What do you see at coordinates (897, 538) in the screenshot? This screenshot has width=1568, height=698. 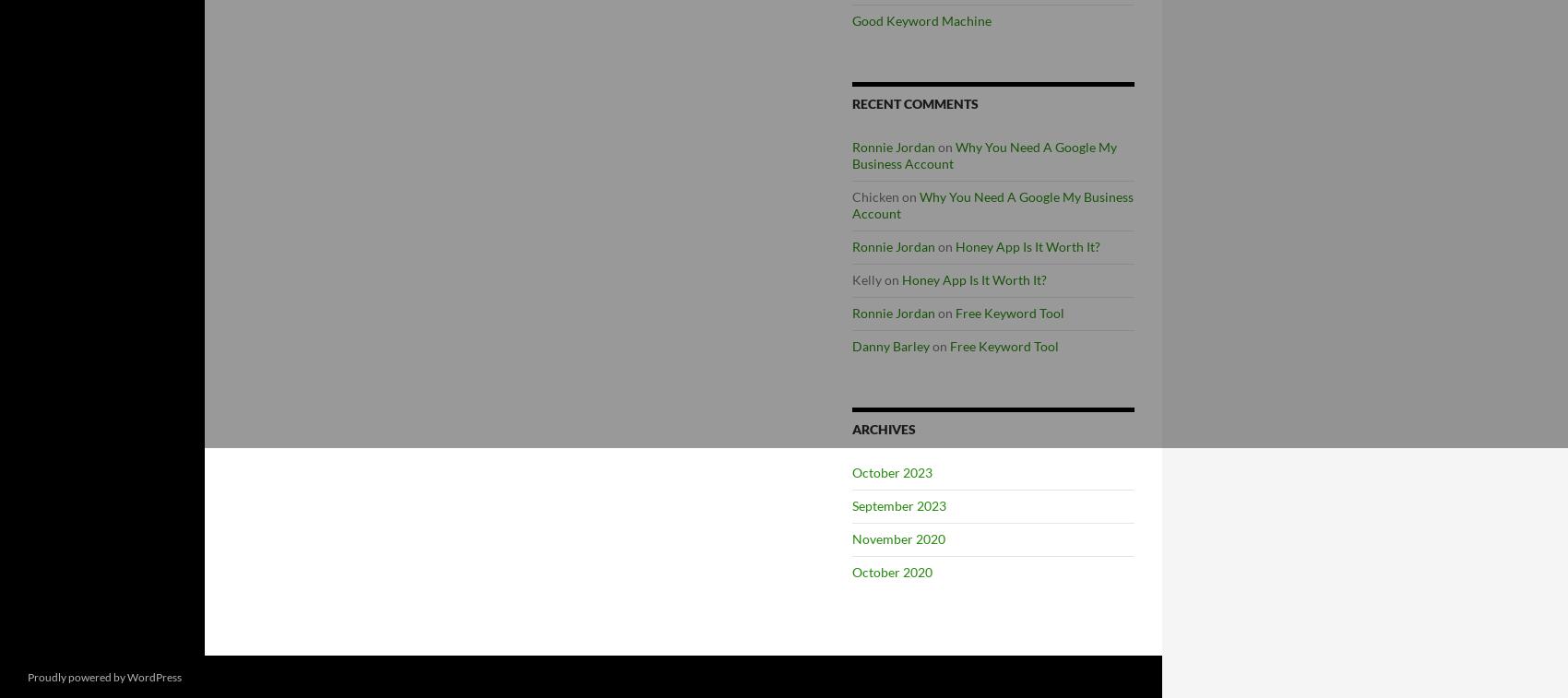 I see `'November 2020'` at bounding box center [897, 538].